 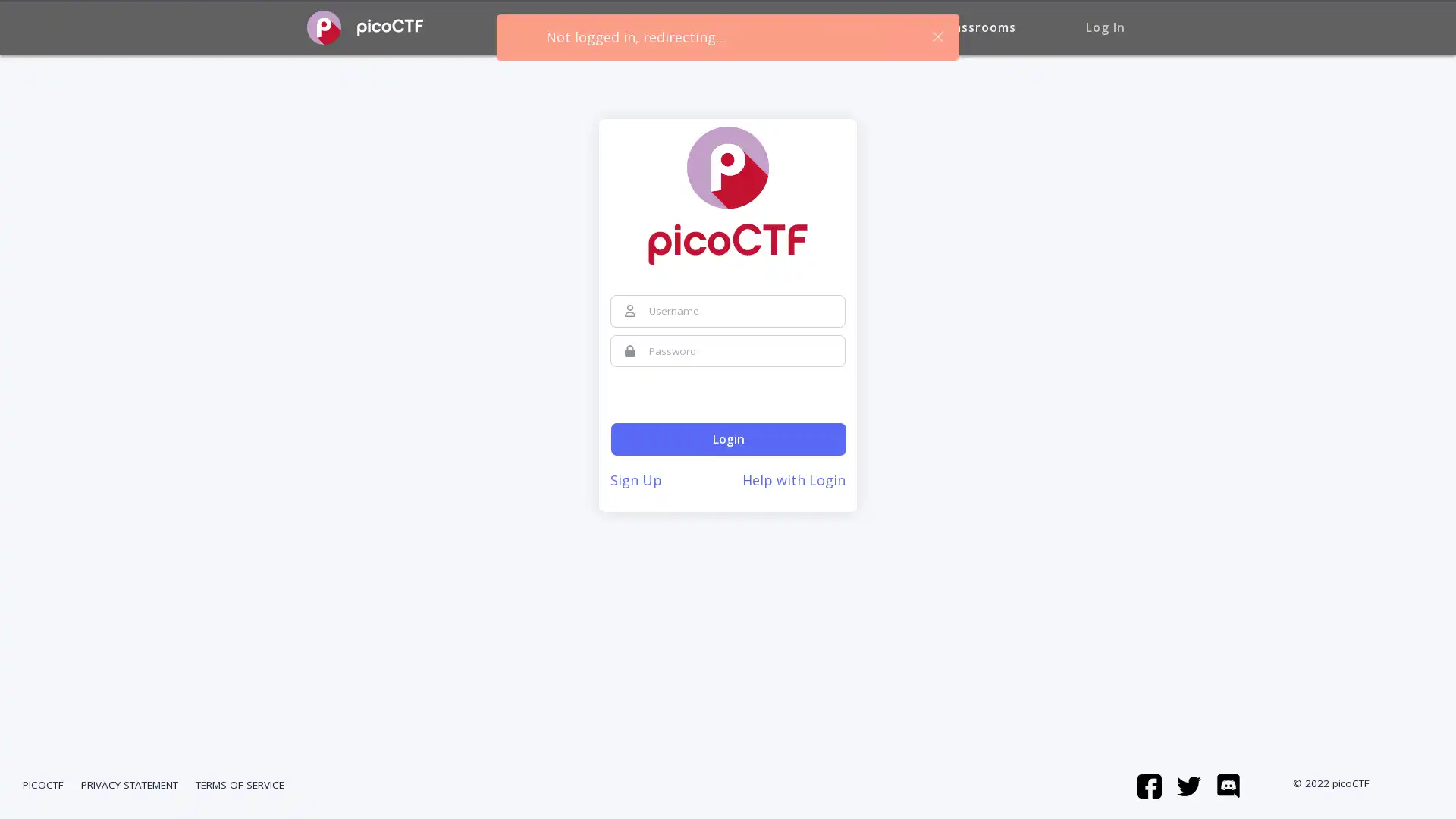 I want to click on Close, so click(x=937, y=36).